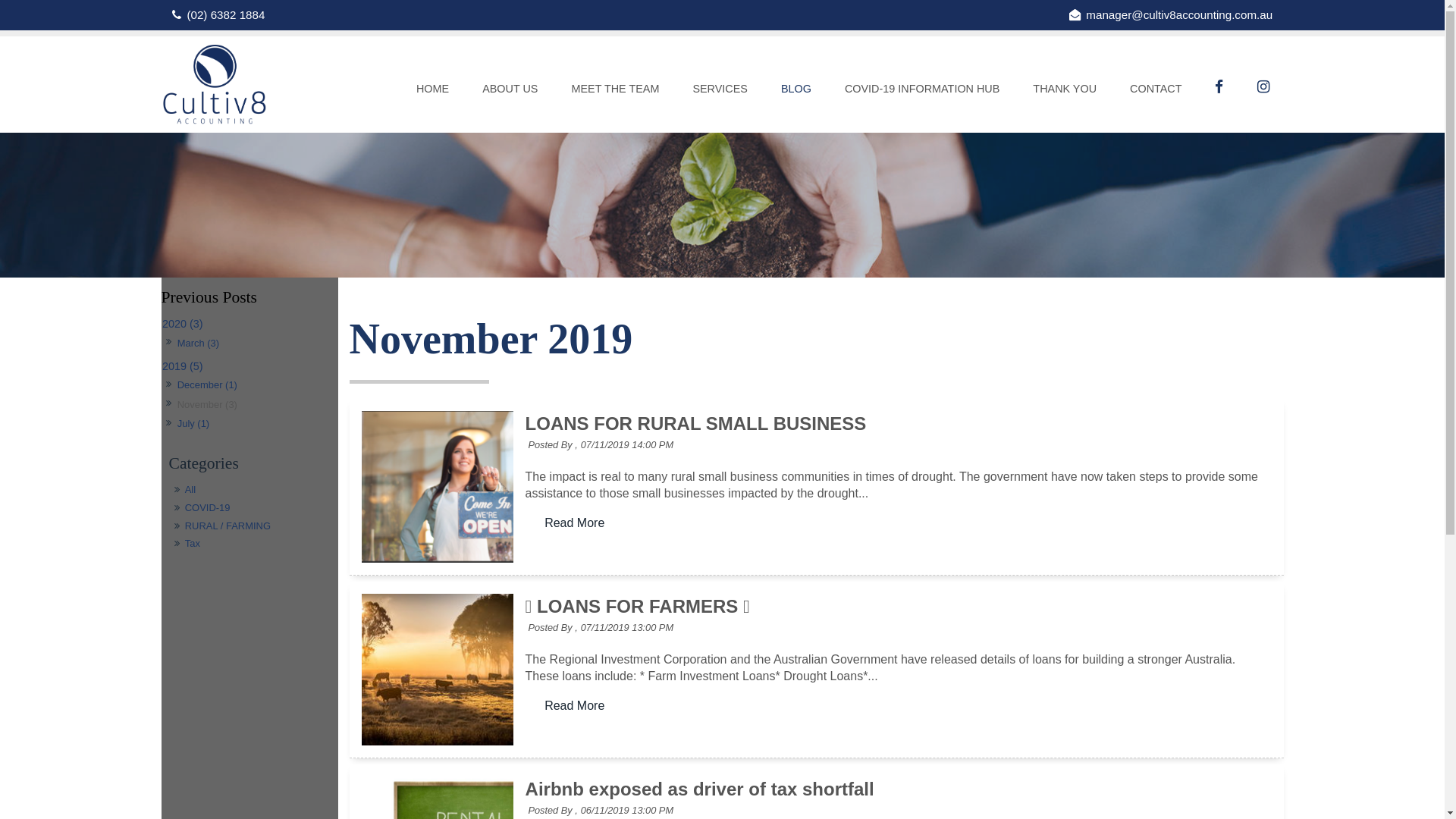  Describe the element at coordinates (175, 343) in the screenshot. I see `'March (3)'` at that location.